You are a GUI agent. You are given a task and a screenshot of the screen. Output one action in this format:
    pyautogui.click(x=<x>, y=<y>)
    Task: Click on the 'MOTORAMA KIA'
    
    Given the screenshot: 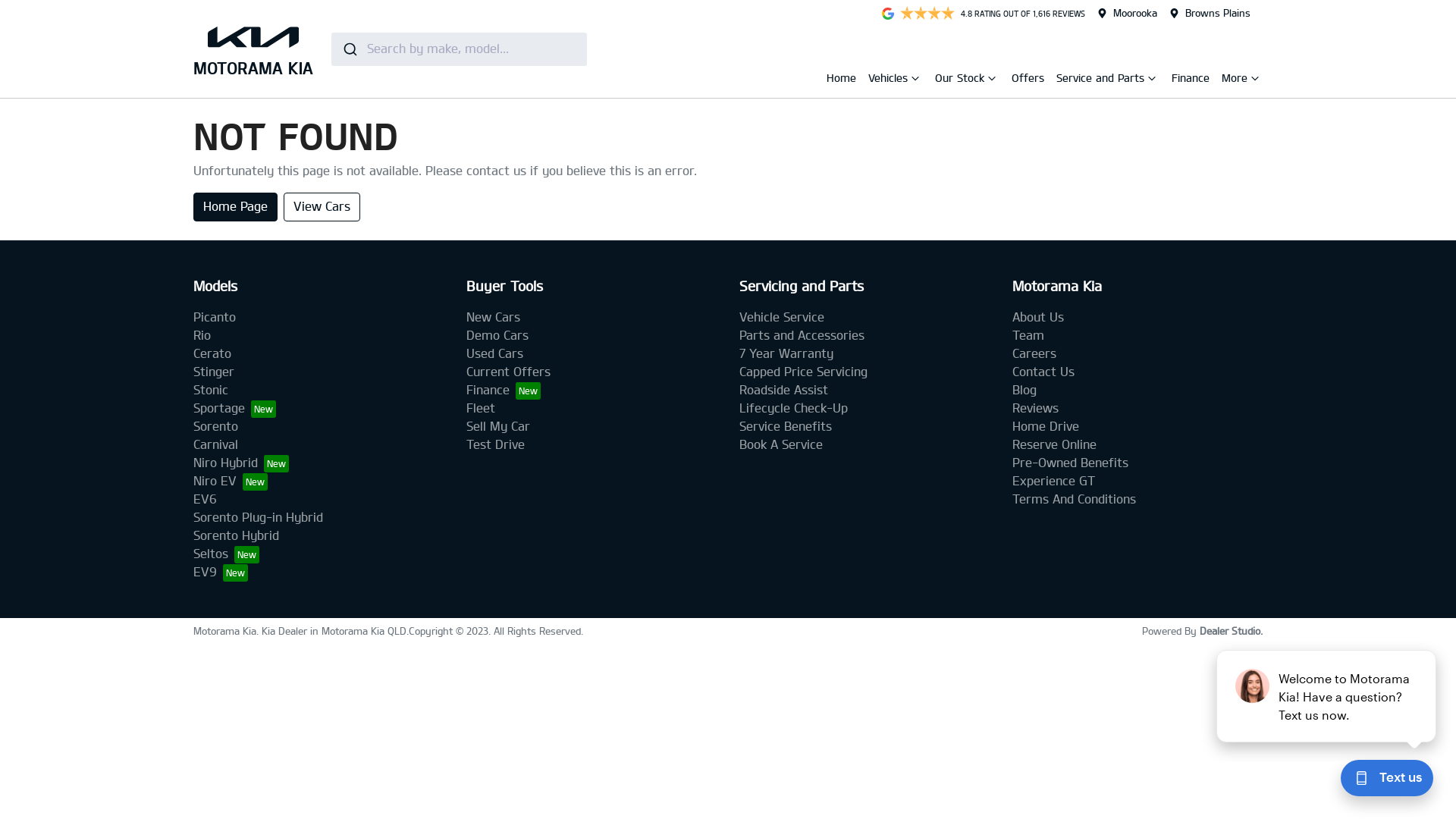 What is the action you would take?
    pyautogui.click(x=253, y=48)
    